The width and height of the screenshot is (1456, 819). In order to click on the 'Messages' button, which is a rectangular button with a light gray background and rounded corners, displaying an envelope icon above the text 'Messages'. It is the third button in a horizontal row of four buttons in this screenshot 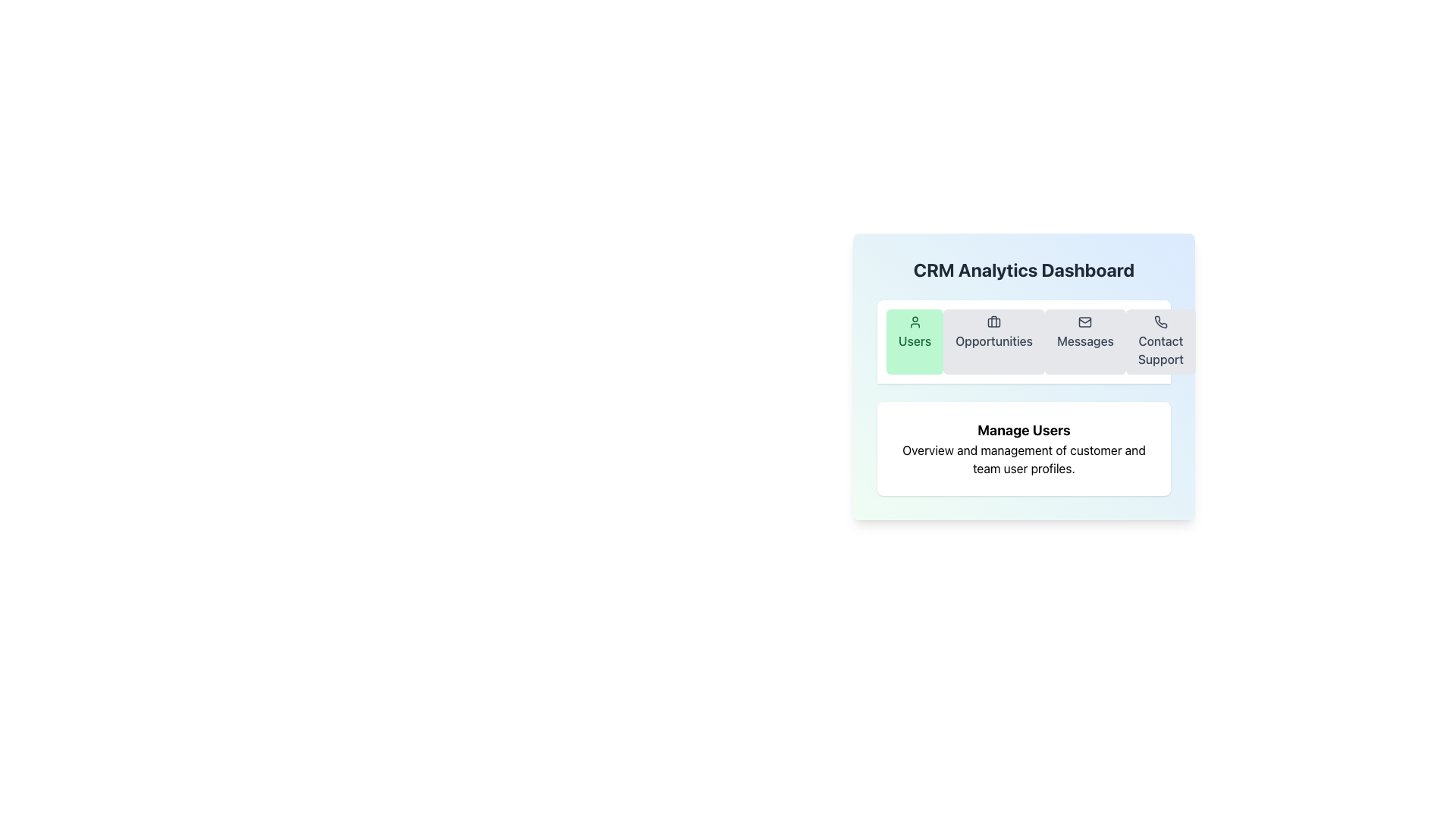, I will do `click(1084, 342)`.